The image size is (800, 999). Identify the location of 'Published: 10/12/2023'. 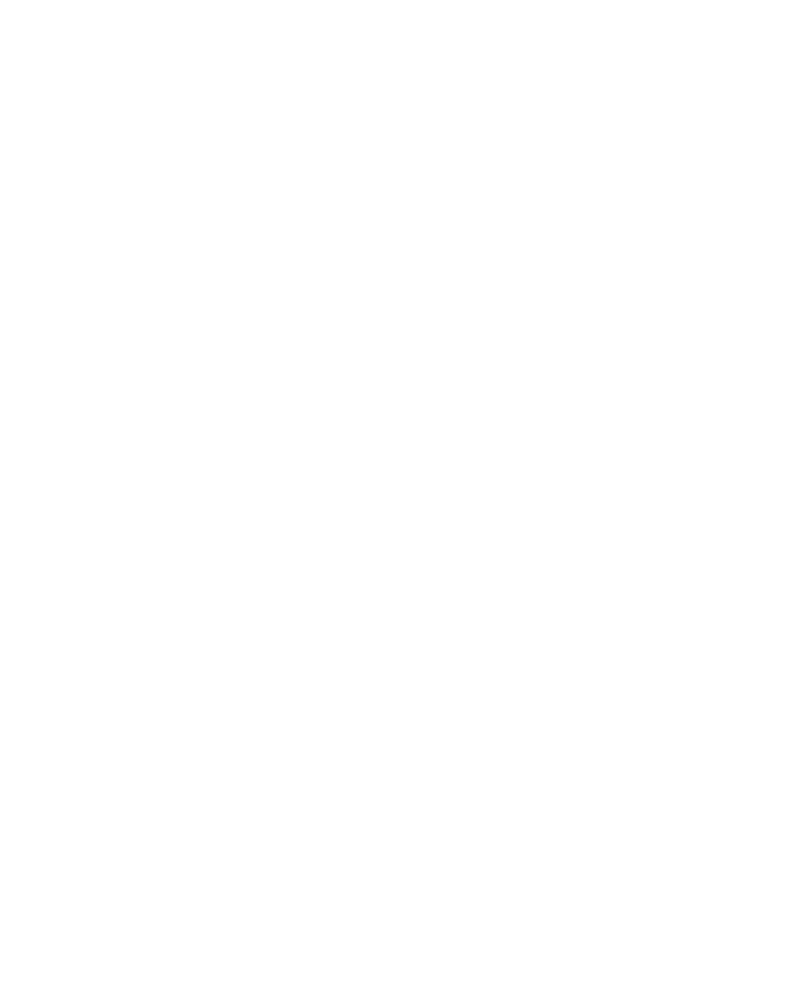
(305, 557).